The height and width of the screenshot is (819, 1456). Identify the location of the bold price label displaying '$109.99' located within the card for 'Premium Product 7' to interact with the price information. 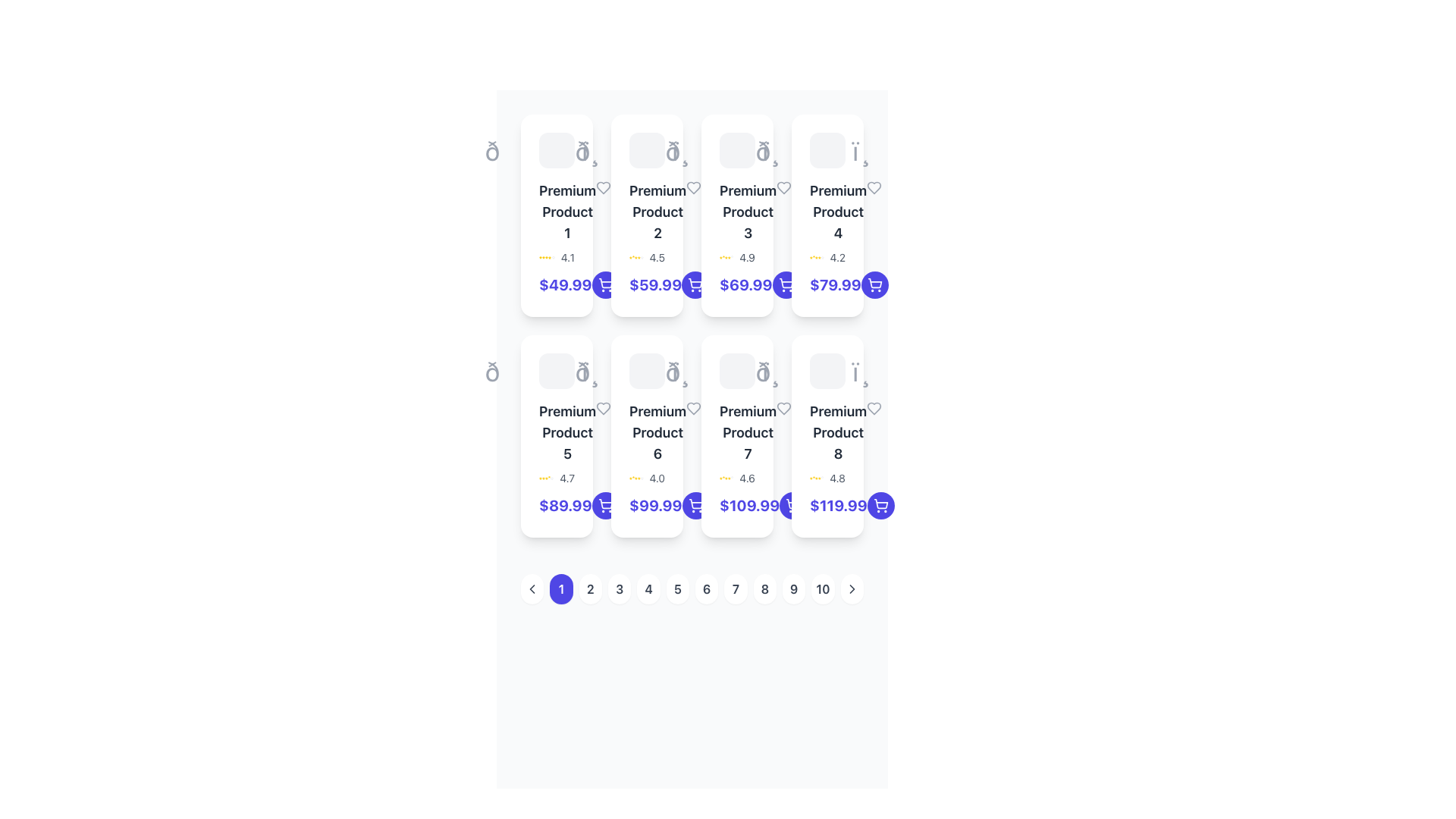
(737, 506).